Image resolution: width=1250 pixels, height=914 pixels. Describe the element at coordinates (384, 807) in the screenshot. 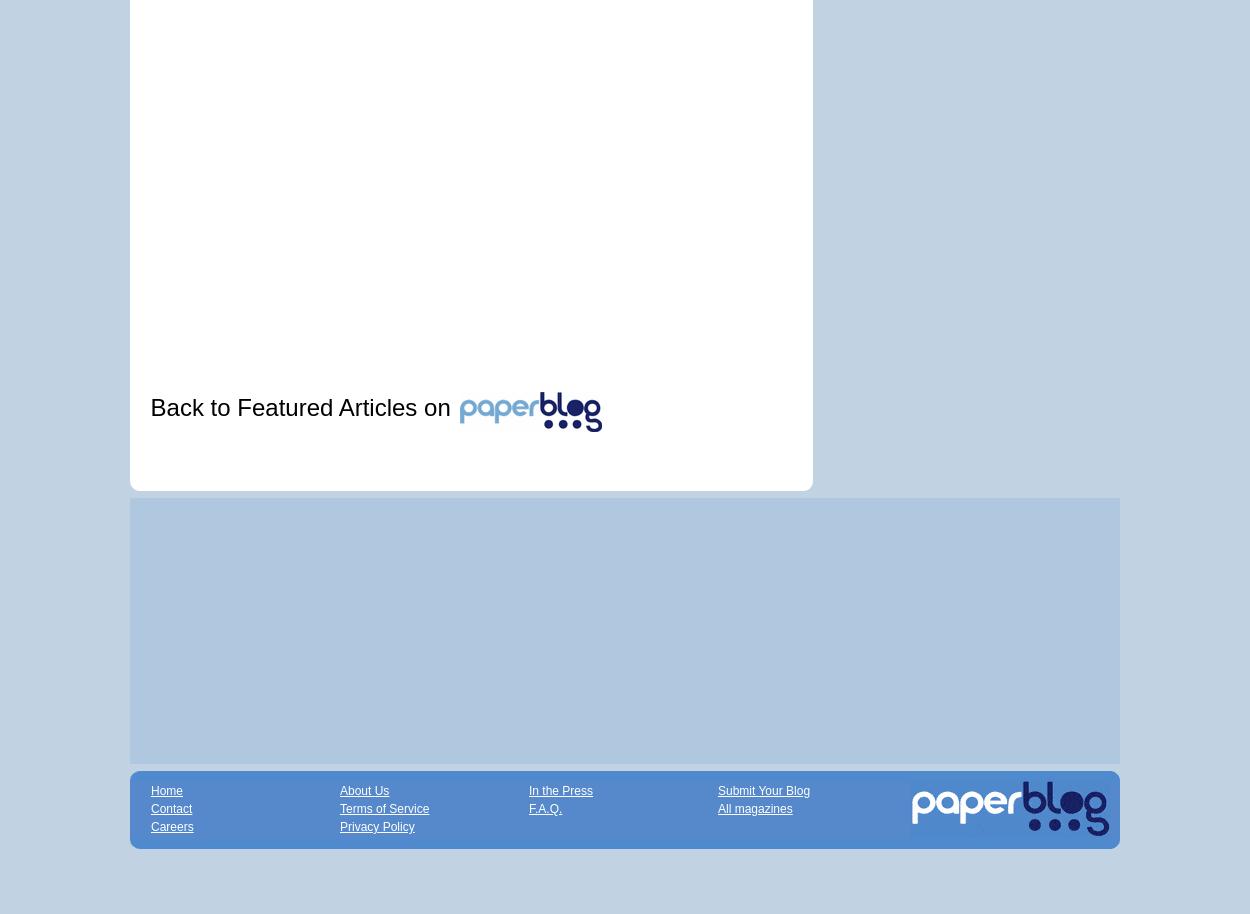

I see `'Terms of Service'` at that location.